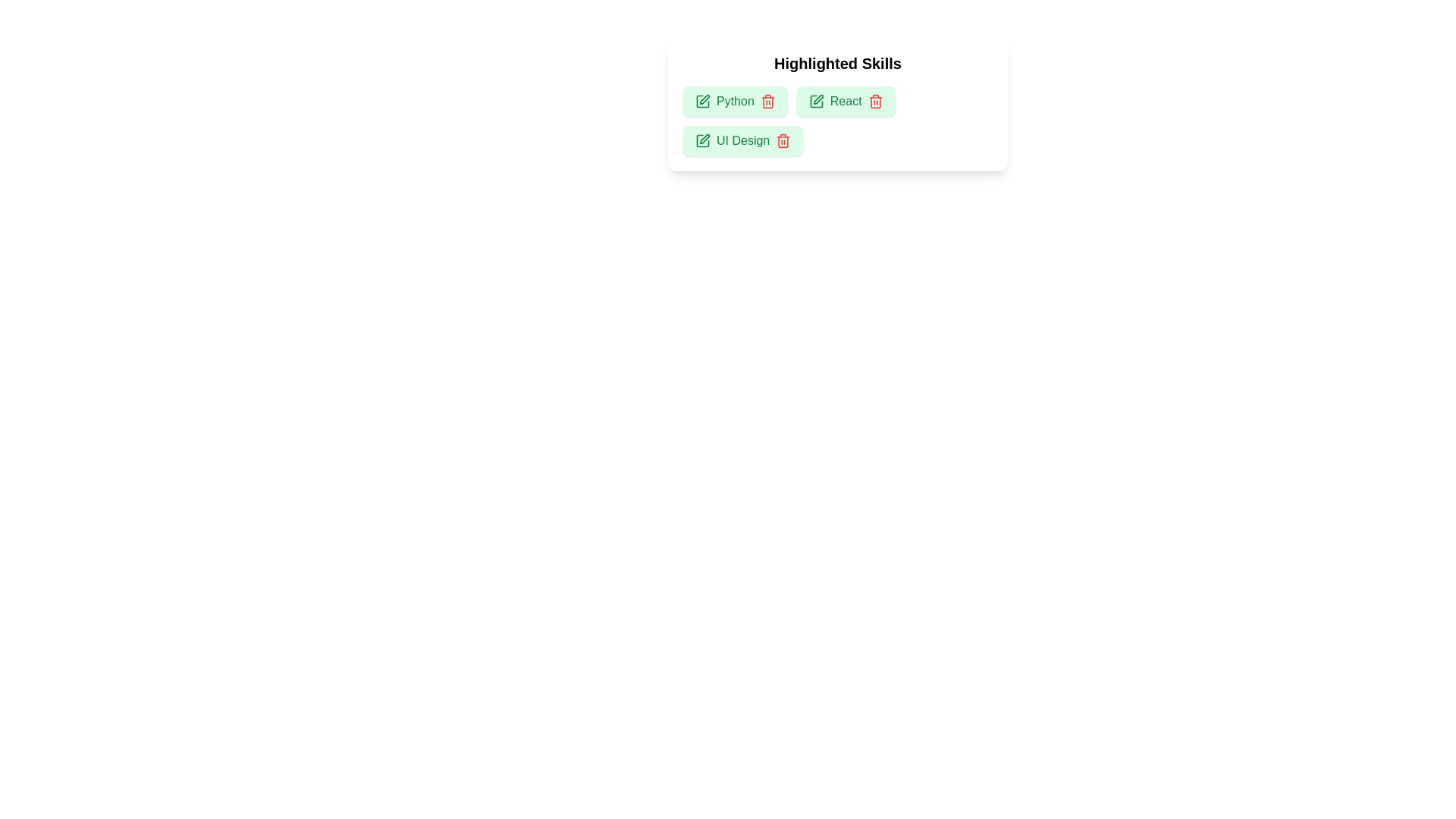 The width and height of the screenshot is (1456, 819). What do you see at coordinates (701, 140) in the screenshot?
I see `edit icon next to the skill UI Design to initiate editing` at bounding box center [701, 140].